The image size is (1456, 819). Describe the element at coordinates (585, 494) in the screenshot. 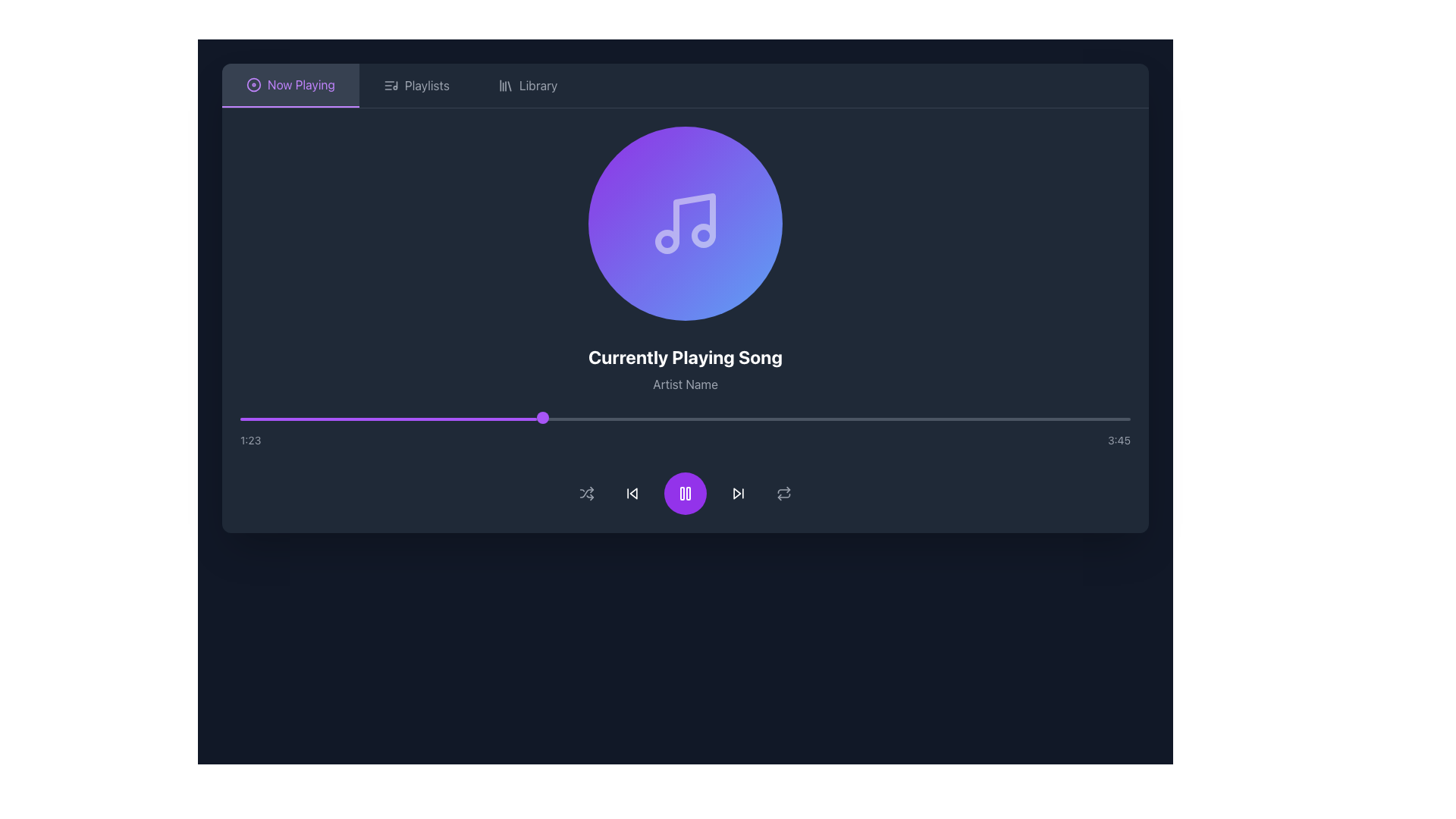

I see `the shuffle toggle icon button located at the far right of the control button row beneath the media player area` at that location.